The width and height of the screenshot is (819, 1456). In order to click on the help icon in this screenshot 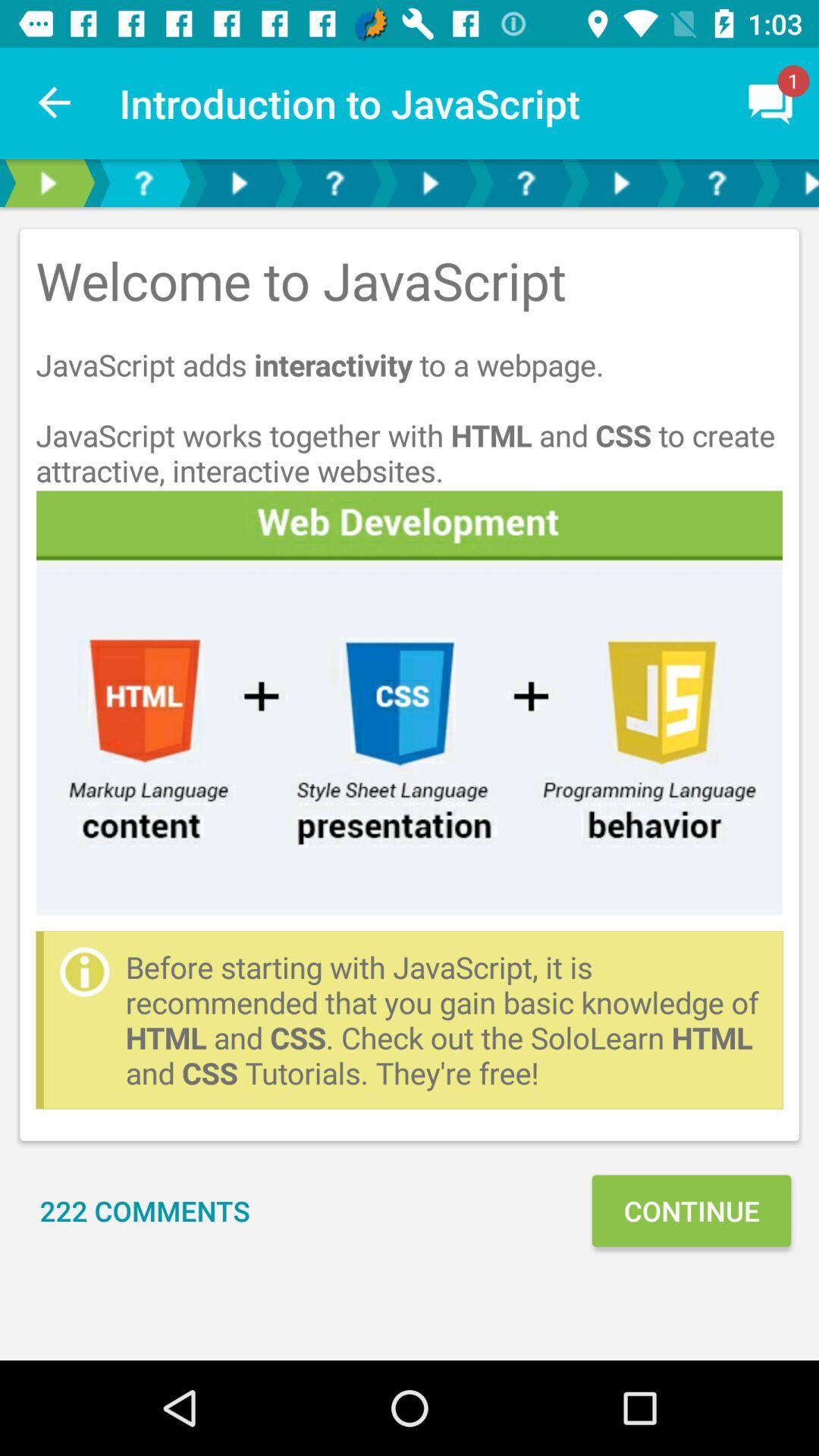, I will do `click(143, 182)`.